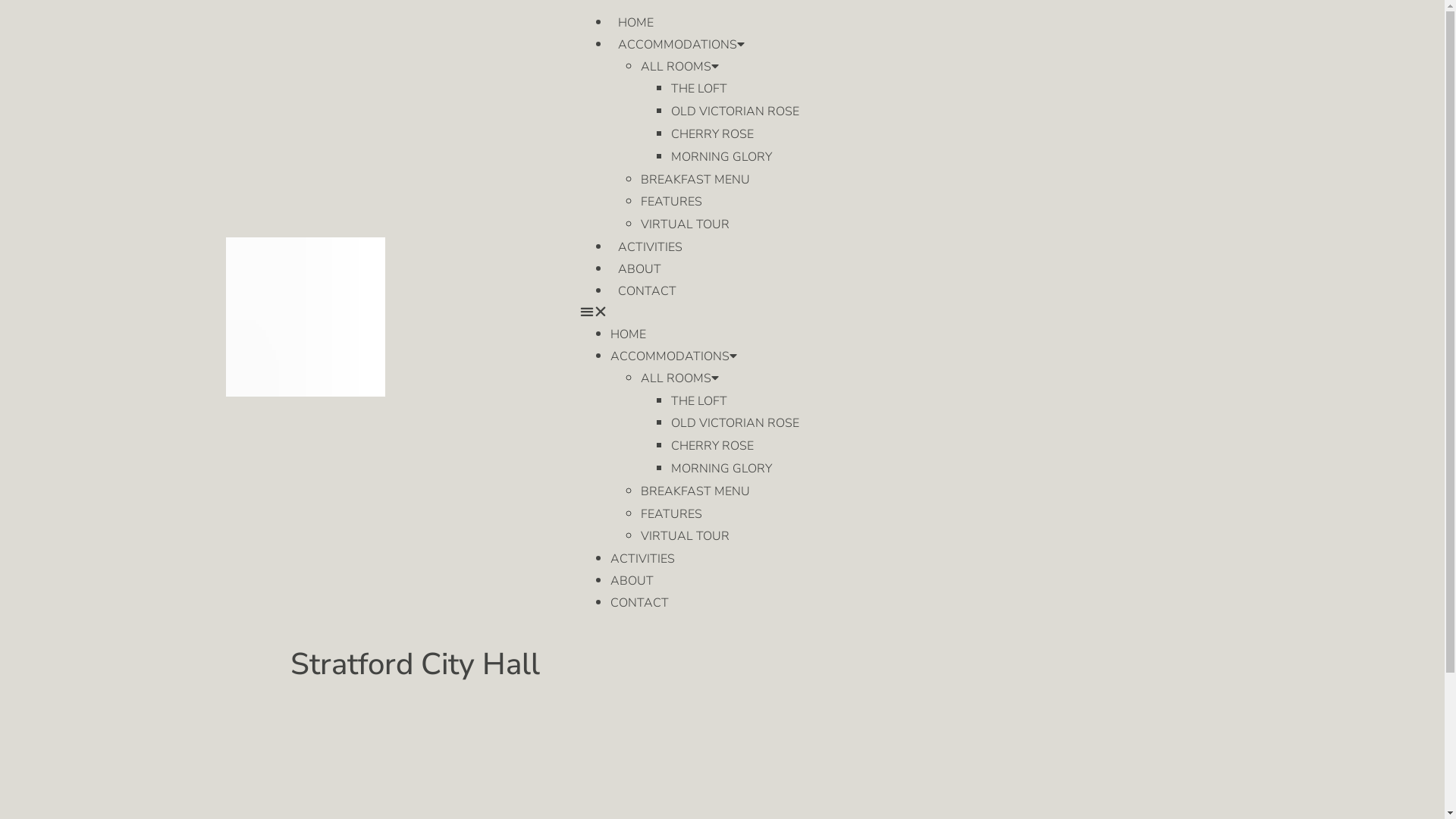 Image resolution: width=1456 pixels, height=819 pixels. What do you see at coordinates (670, 201) in the screenshot?
I see `'FEATURES'` at bounding box center [670, 201].